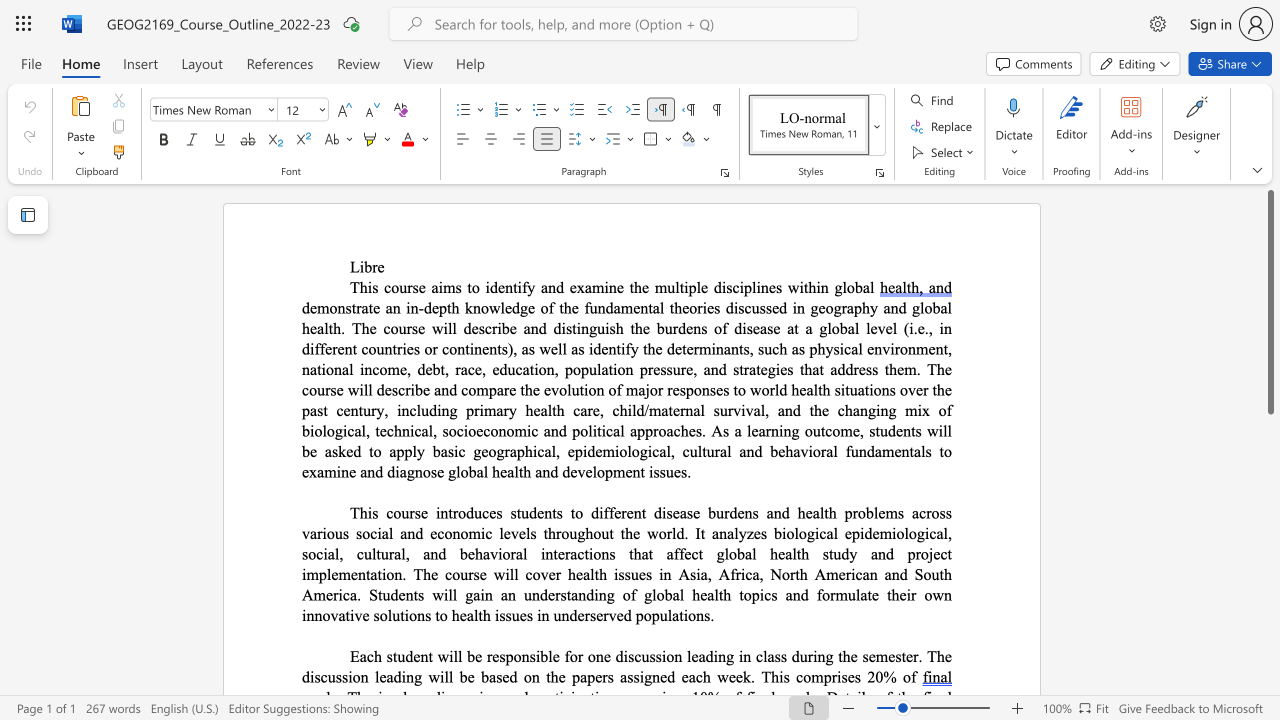  What do you see at coordinates (1269, 670) in the screenshot?
I see `the scrollbar to move the page downward` at bounding box center [1269, 670].